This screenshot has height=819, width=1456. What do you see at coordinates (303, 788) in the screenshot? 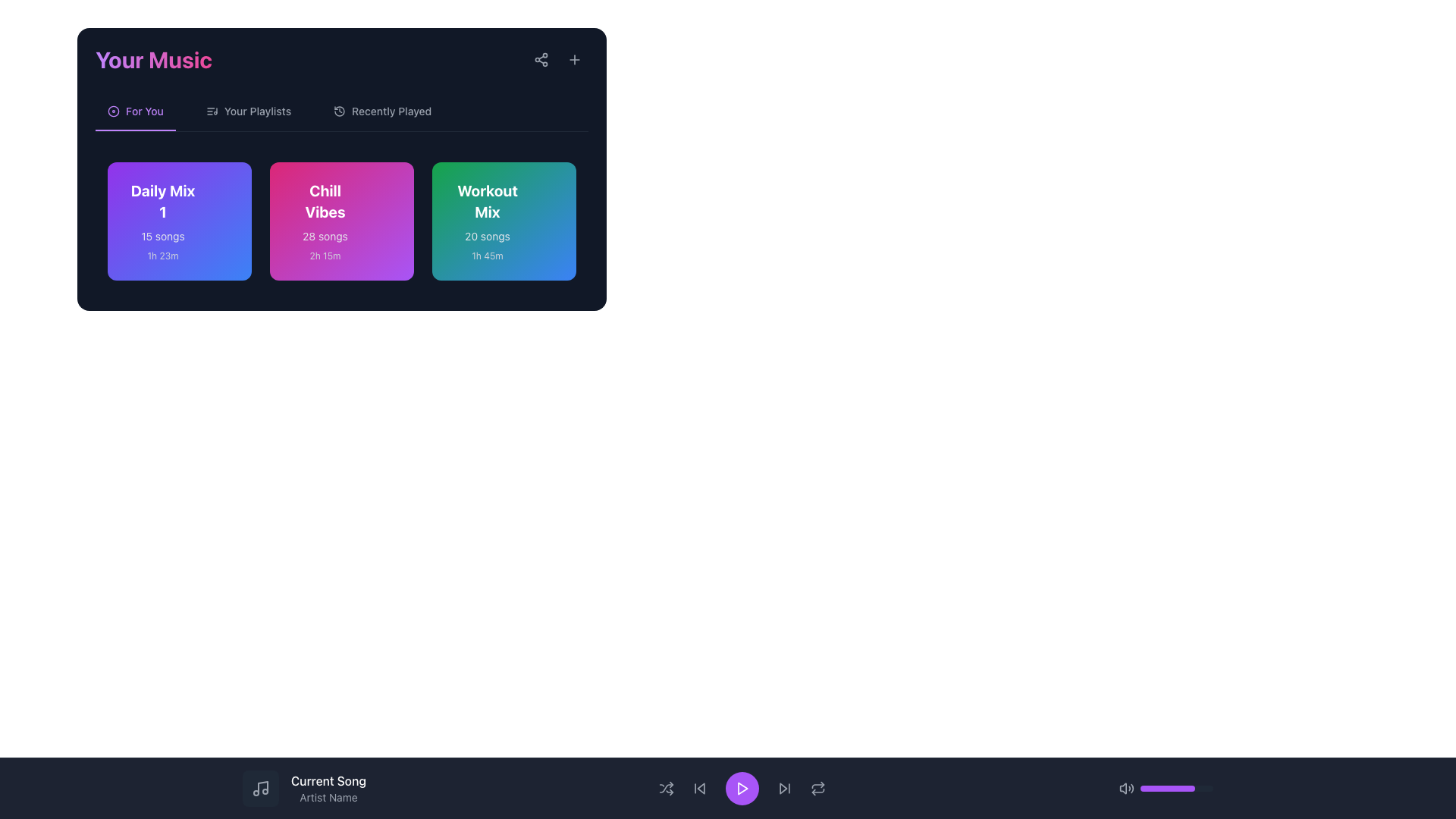
I see `the 'Current Song' informational label, which includes the artist's name and a musical note icon` at bounding box center [303, 788].